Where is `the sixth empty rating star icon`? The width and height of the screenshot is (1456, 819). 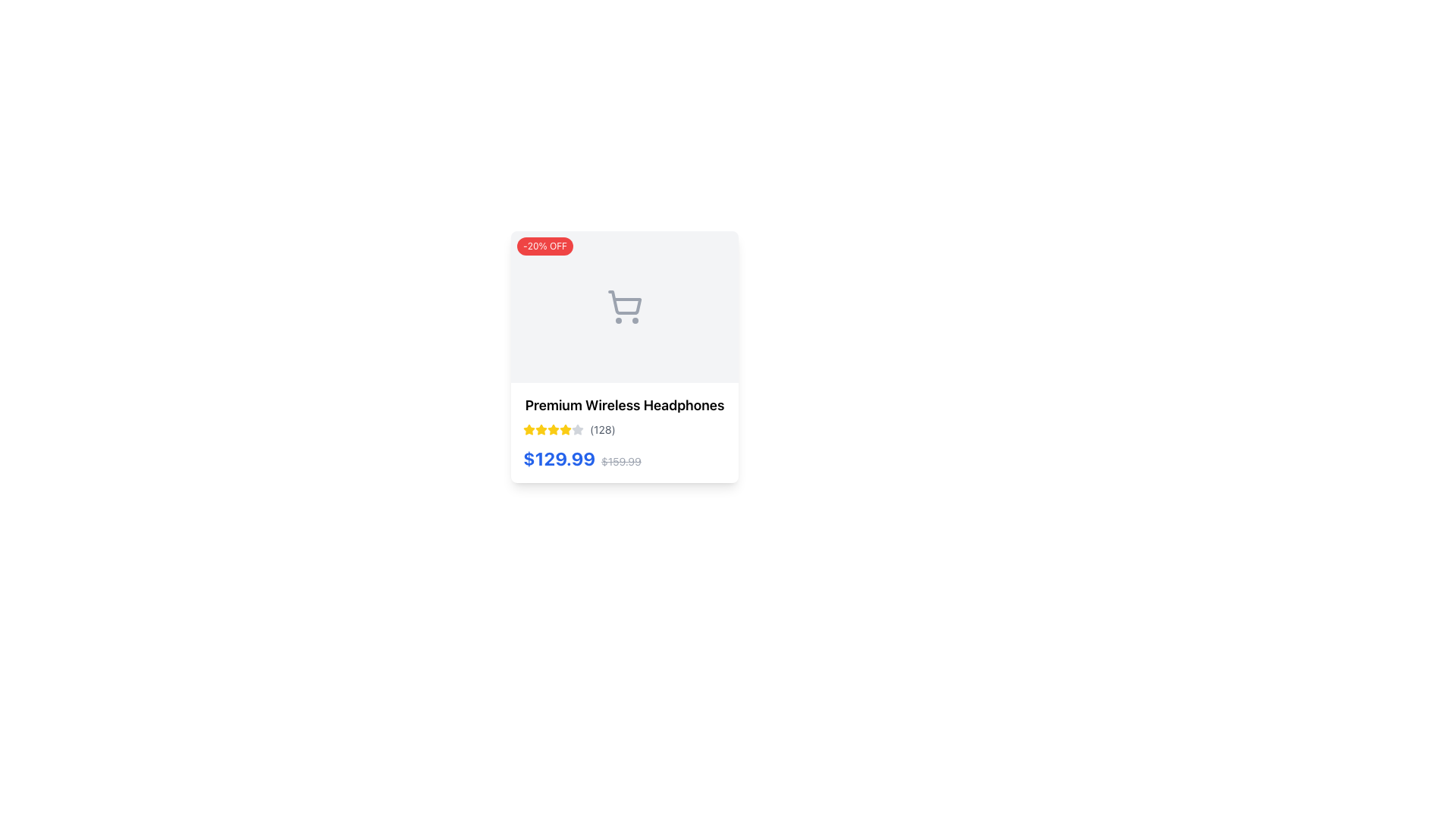
the sixth empty rating star icon is located at coordinates (577, 430).